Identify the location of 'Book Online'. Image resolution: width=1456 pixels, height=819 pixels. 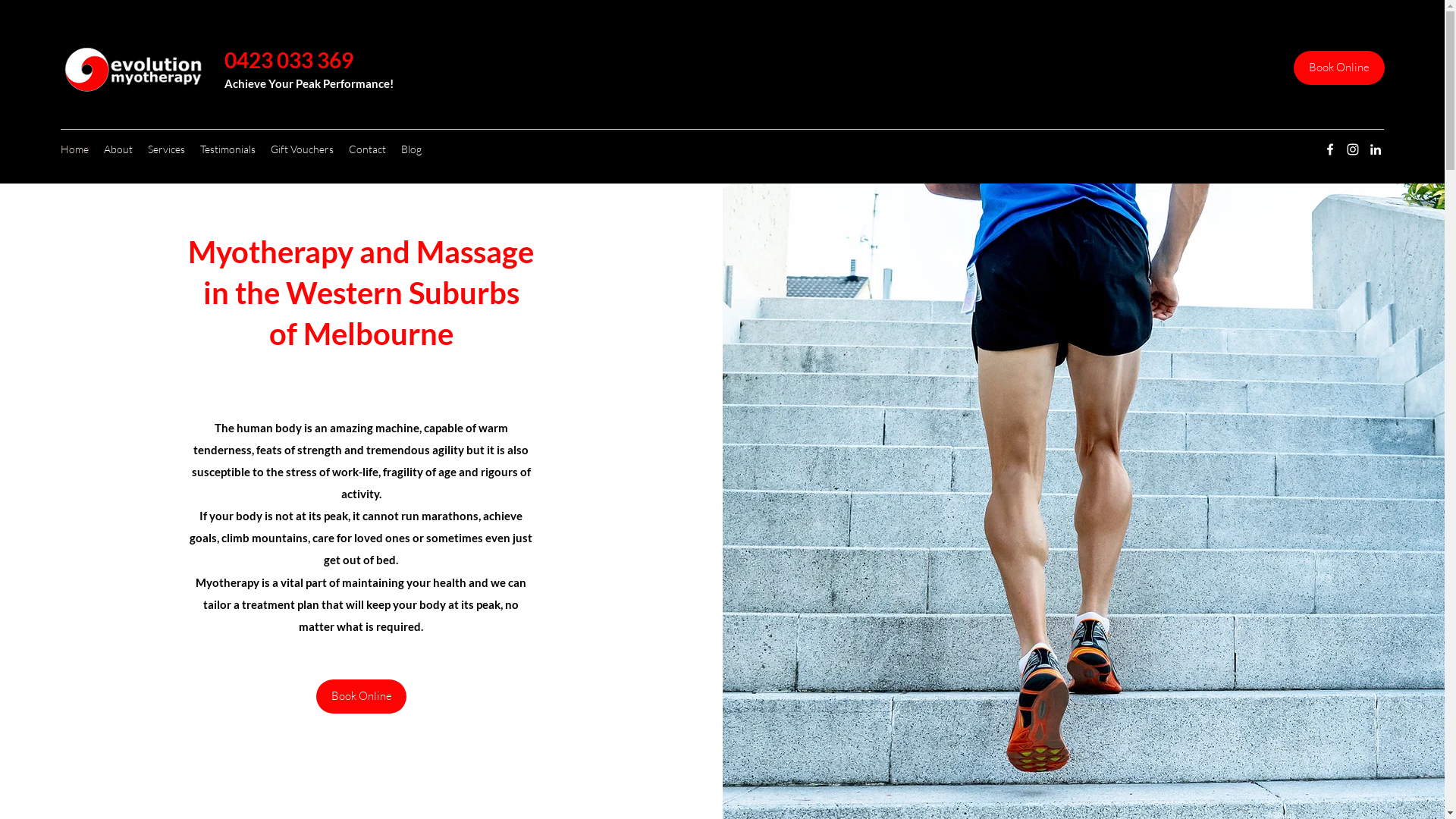
(1339, 67).